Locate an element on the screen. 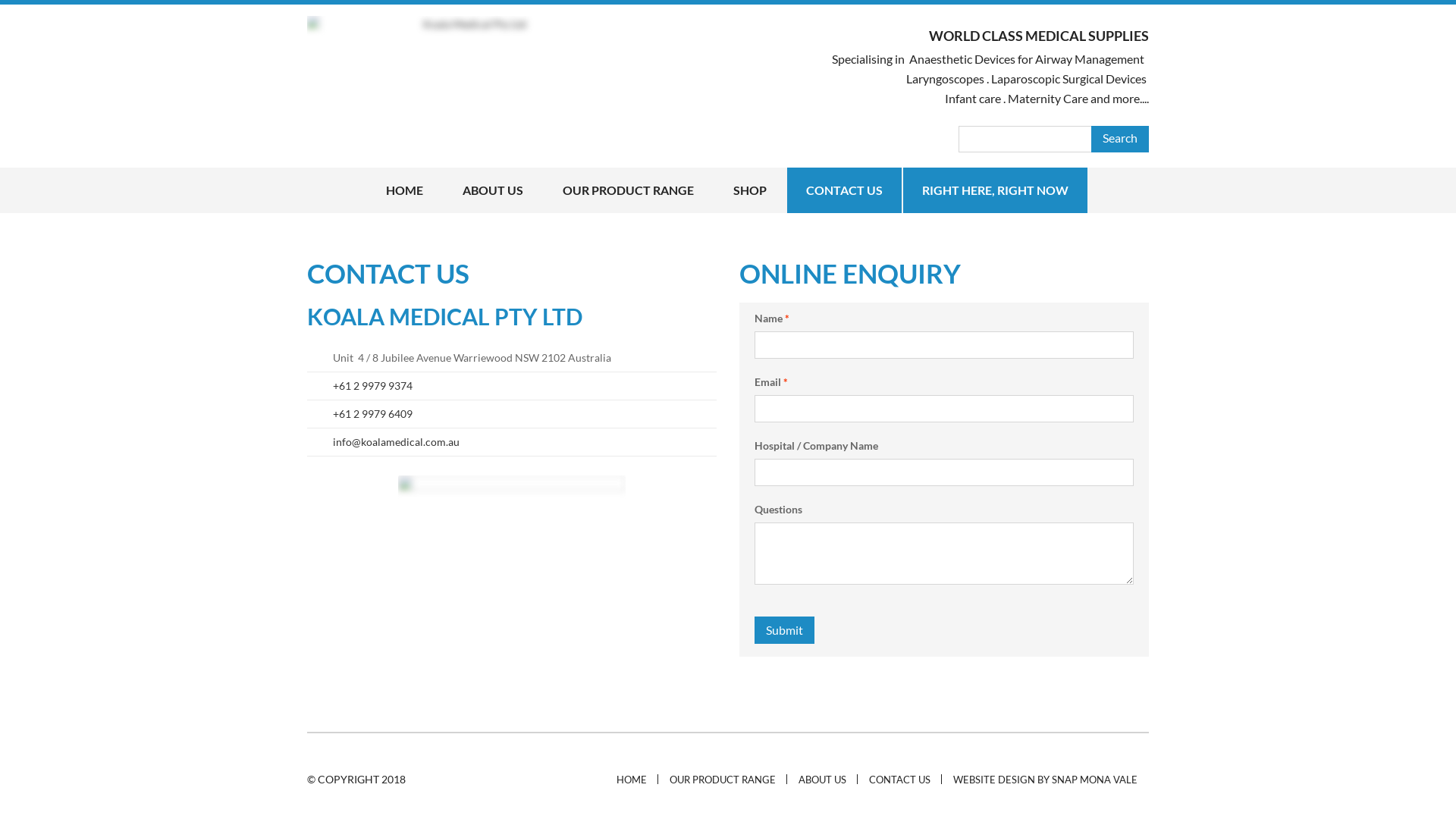  'WEBSITE DESIGN BY SNAP MONA VALE' is located at coordinates (1044, 780).